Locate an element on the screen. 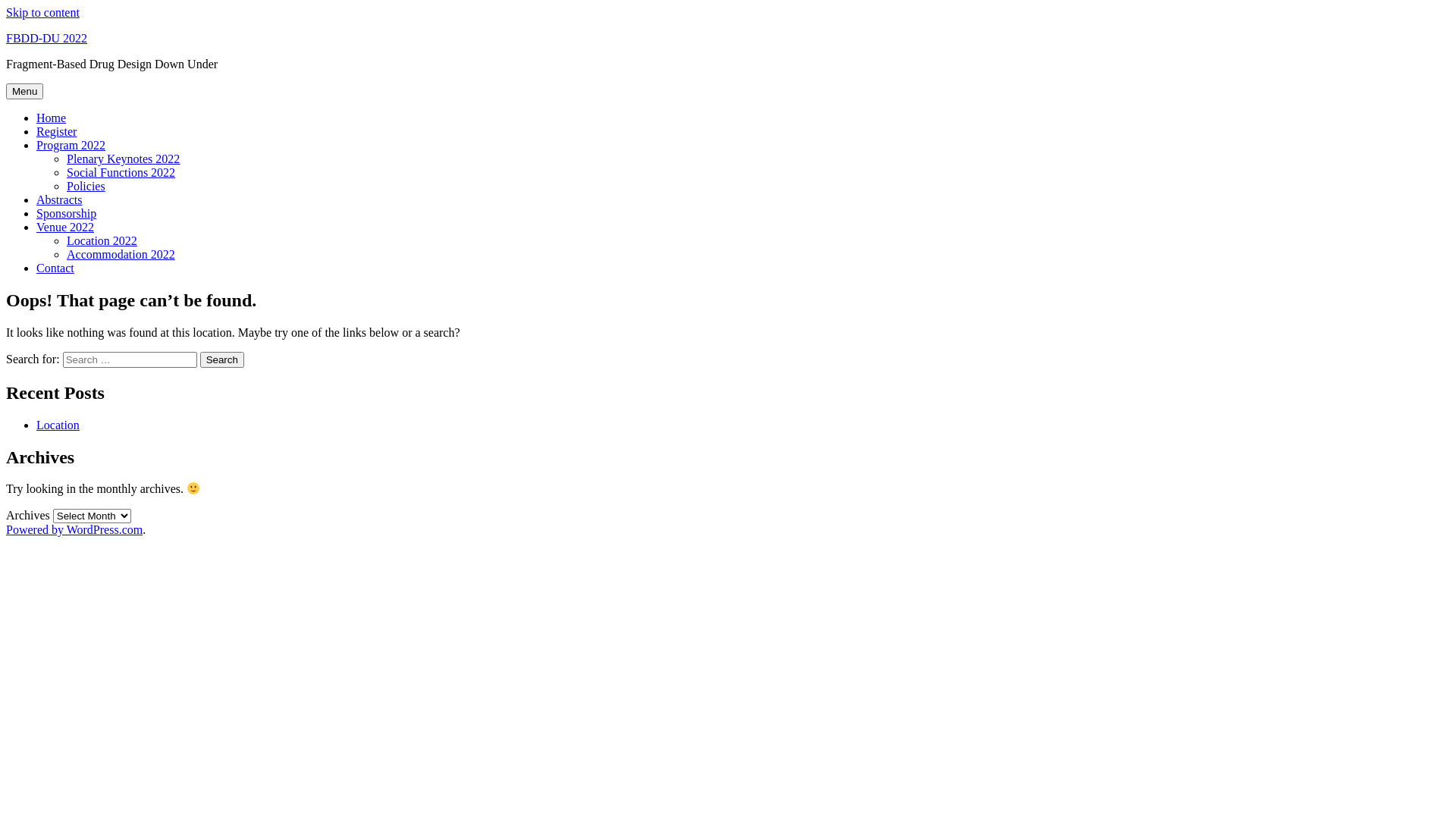  'Powered by WordPress.com' is located at coordinates (73, 529).